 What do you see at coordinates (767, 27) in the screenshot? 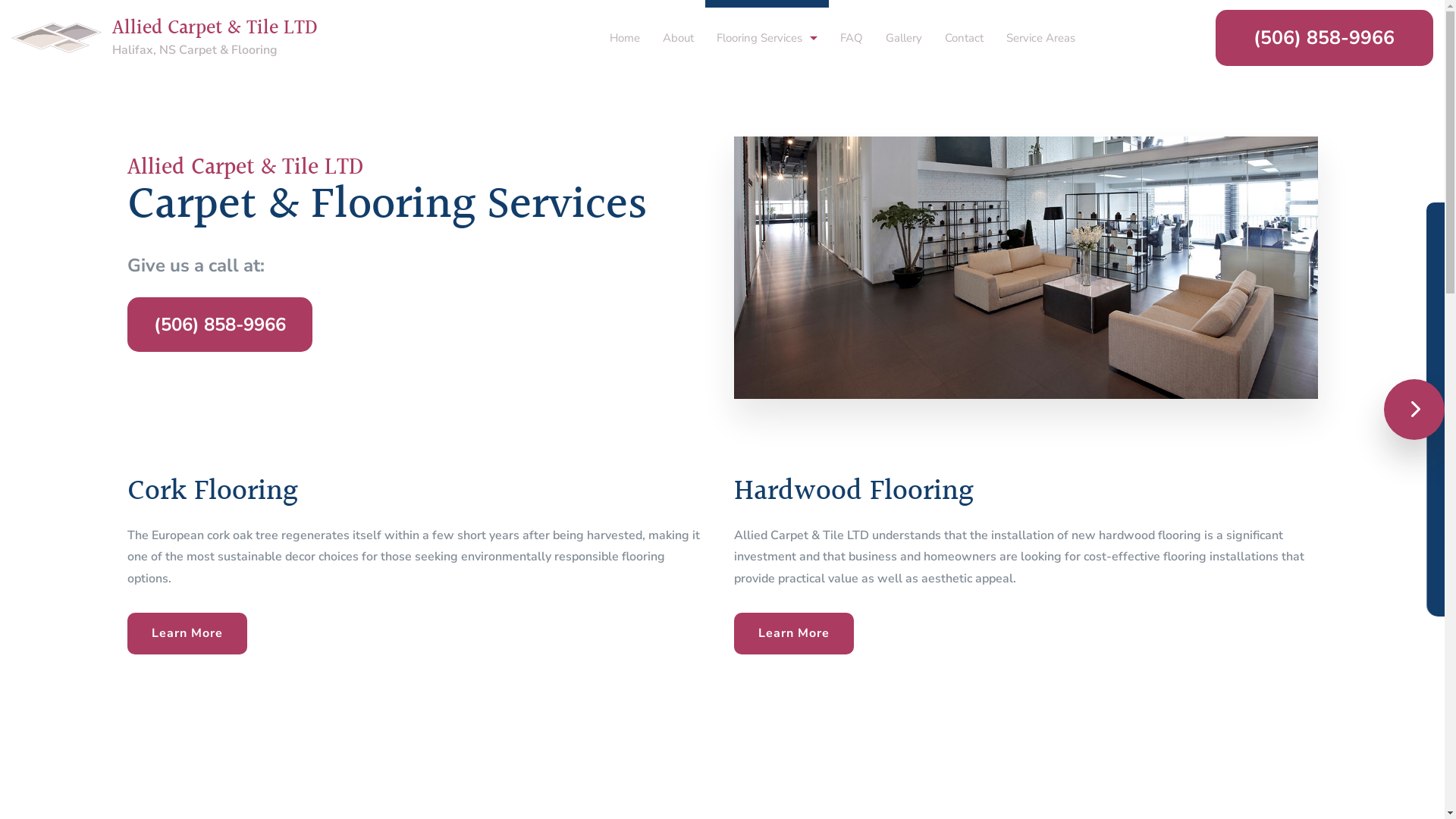
I see `'Flooring Services'` at bounding box center [767, 27].